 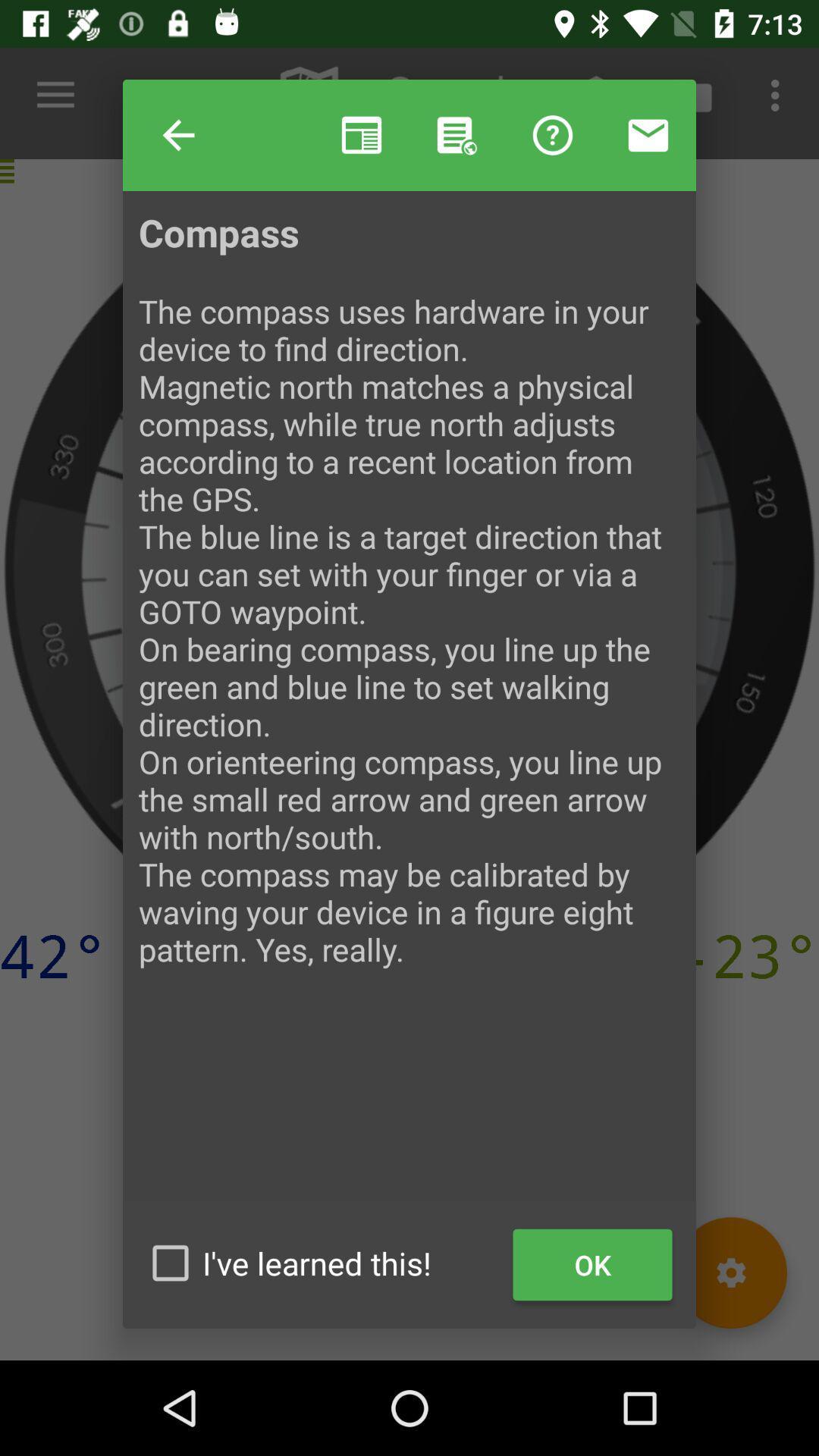 I want to click on item at the top left corner, so click(x=177, y=135).